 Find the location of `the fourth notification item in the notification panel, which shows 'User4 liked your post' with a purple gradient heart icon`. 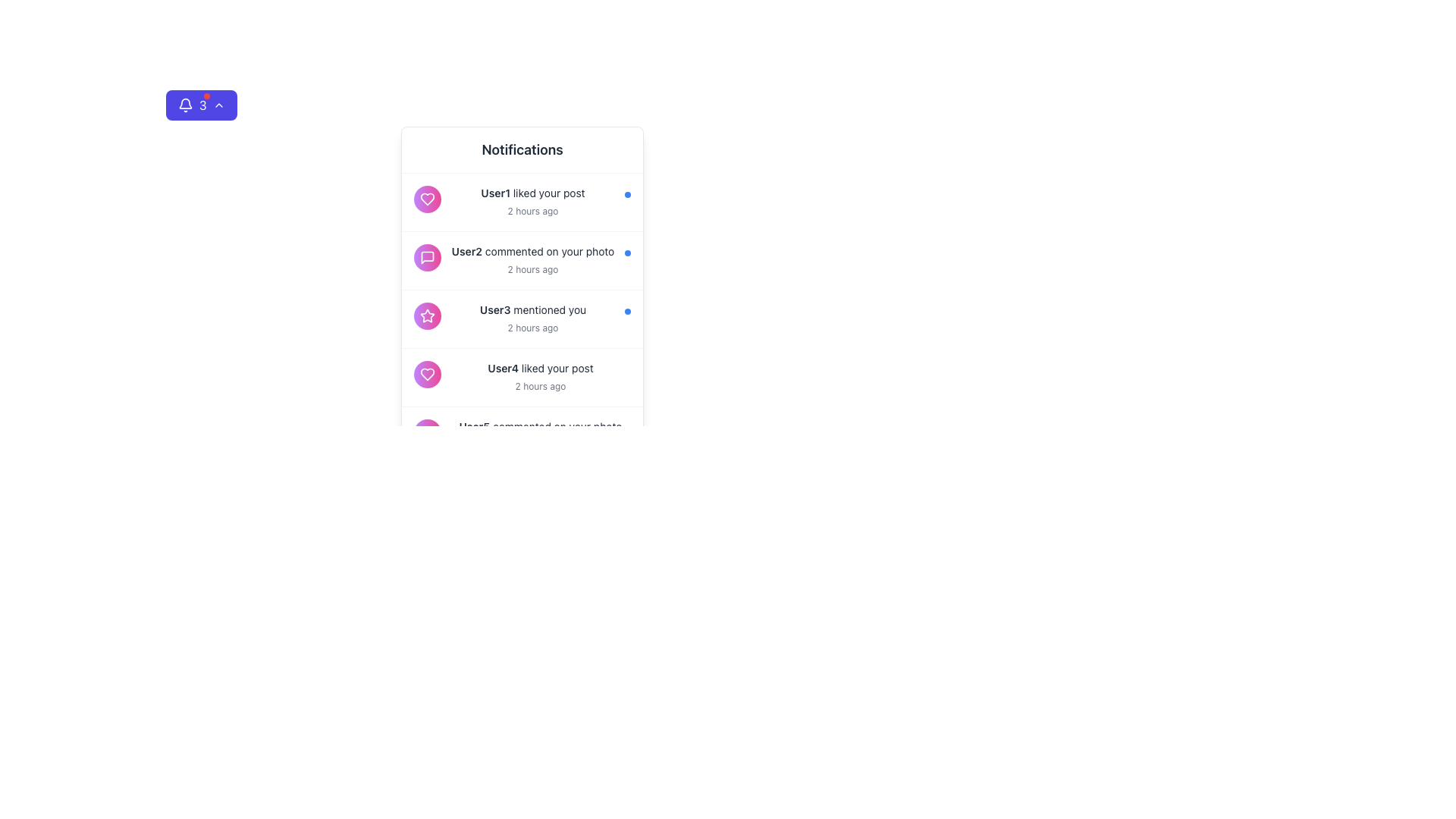

the fourth notification item in the notification panel, which shows 'User4 liked your post' with a purple gradient heart icon is located at coordinates (522, 376).